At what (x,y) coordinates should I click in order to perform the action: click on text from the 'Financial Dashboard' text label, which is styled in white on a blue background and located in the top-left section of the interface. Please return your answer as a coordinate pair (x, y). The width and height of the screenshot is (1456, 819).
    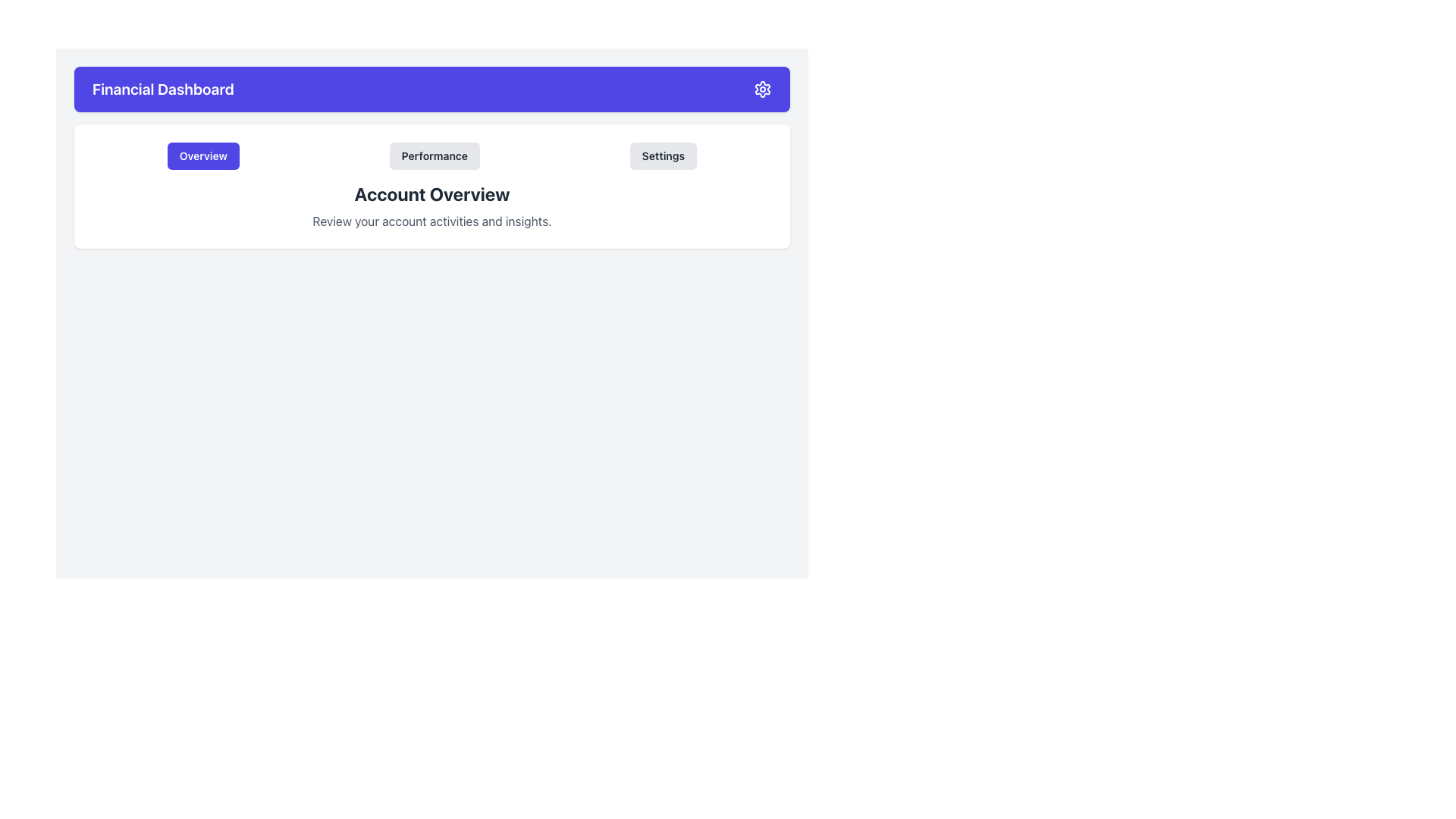
    Looking at the image, I should click on (163, 89).